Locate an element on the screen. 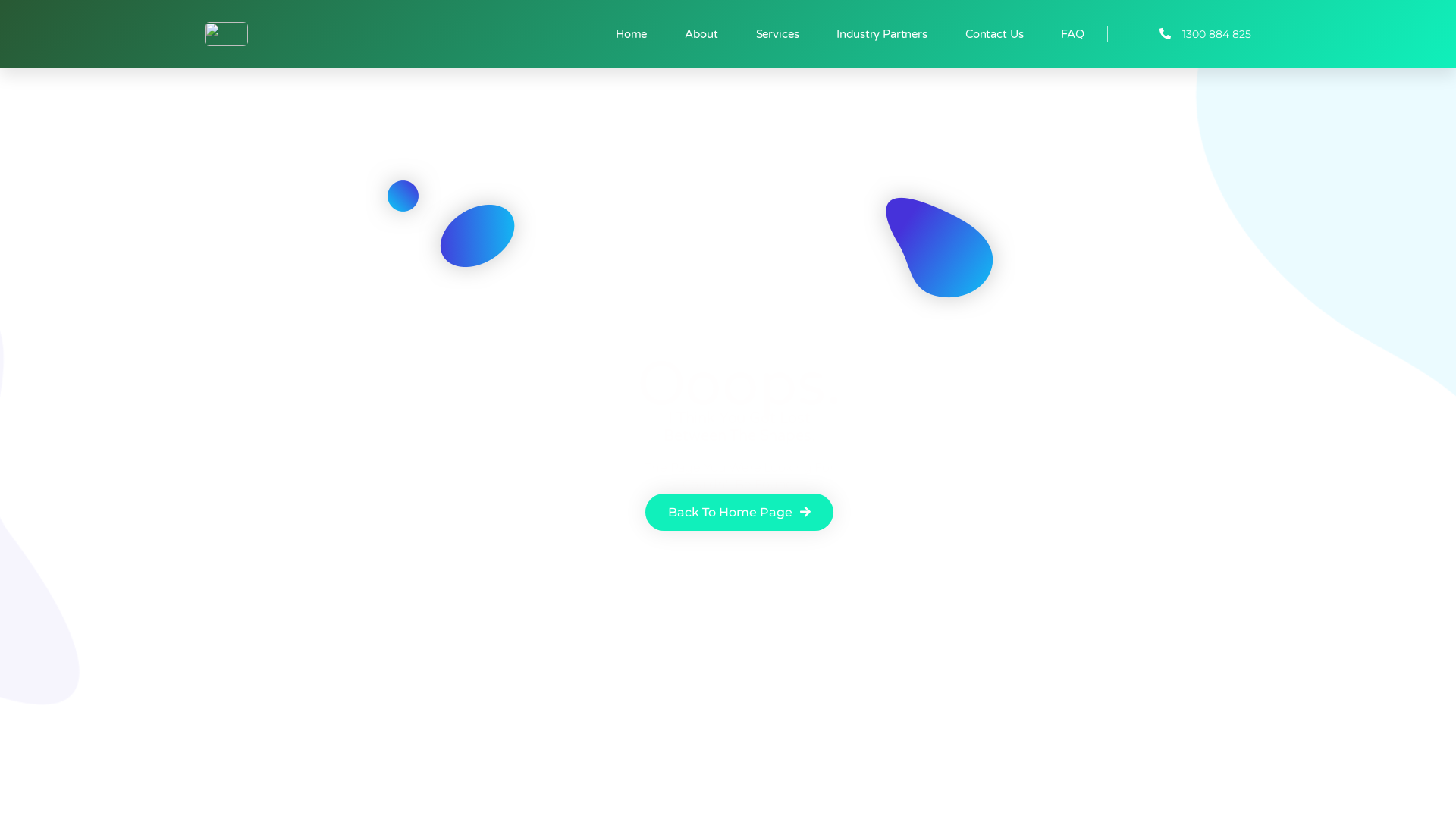 This screenshot has height=819, width=1456. 'Home' is located at coordinates (631, 34).